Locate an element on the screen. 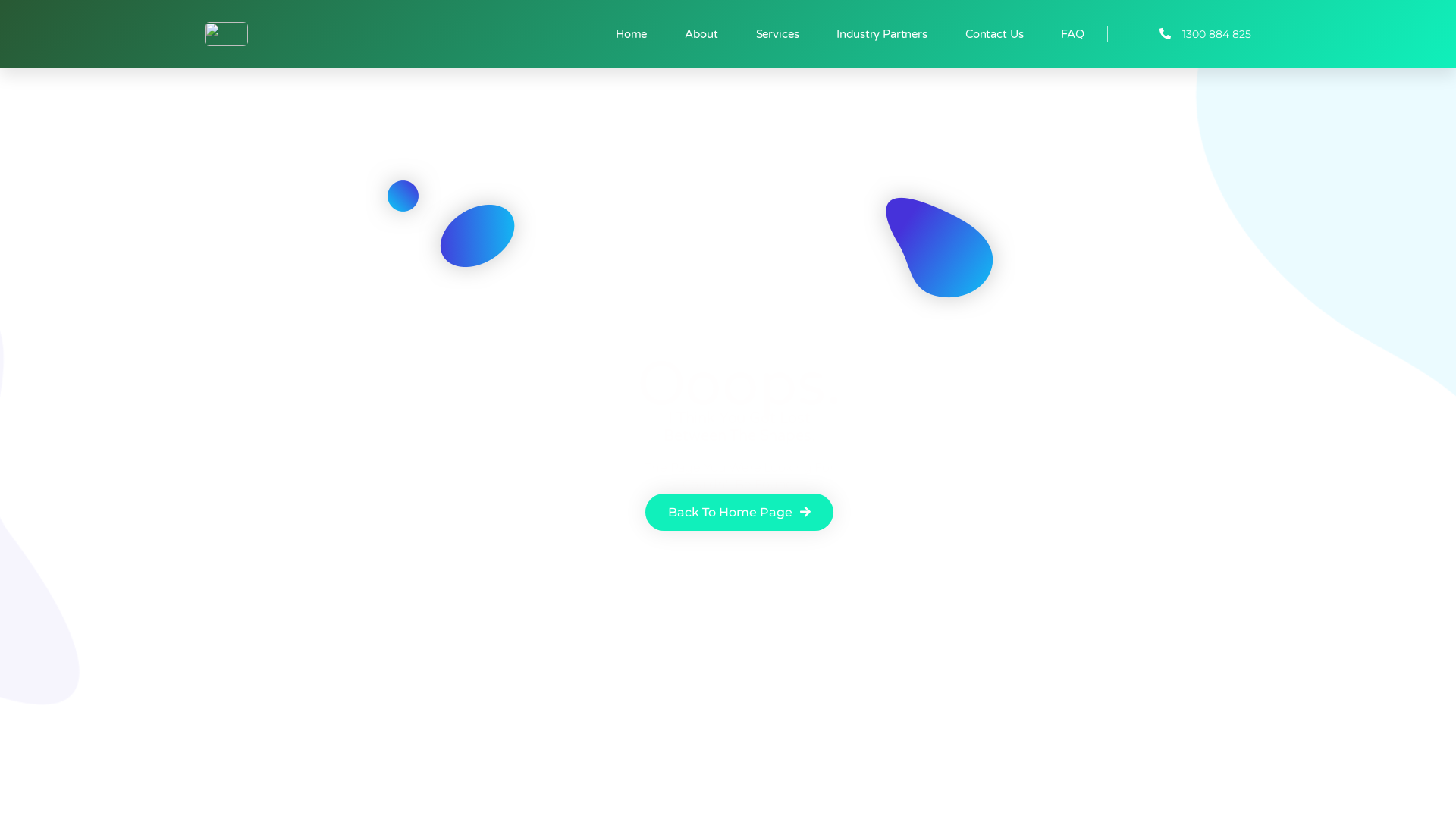 This screenshot has height=819, width=1456. 'Home' is located at coordinates (631, 34).